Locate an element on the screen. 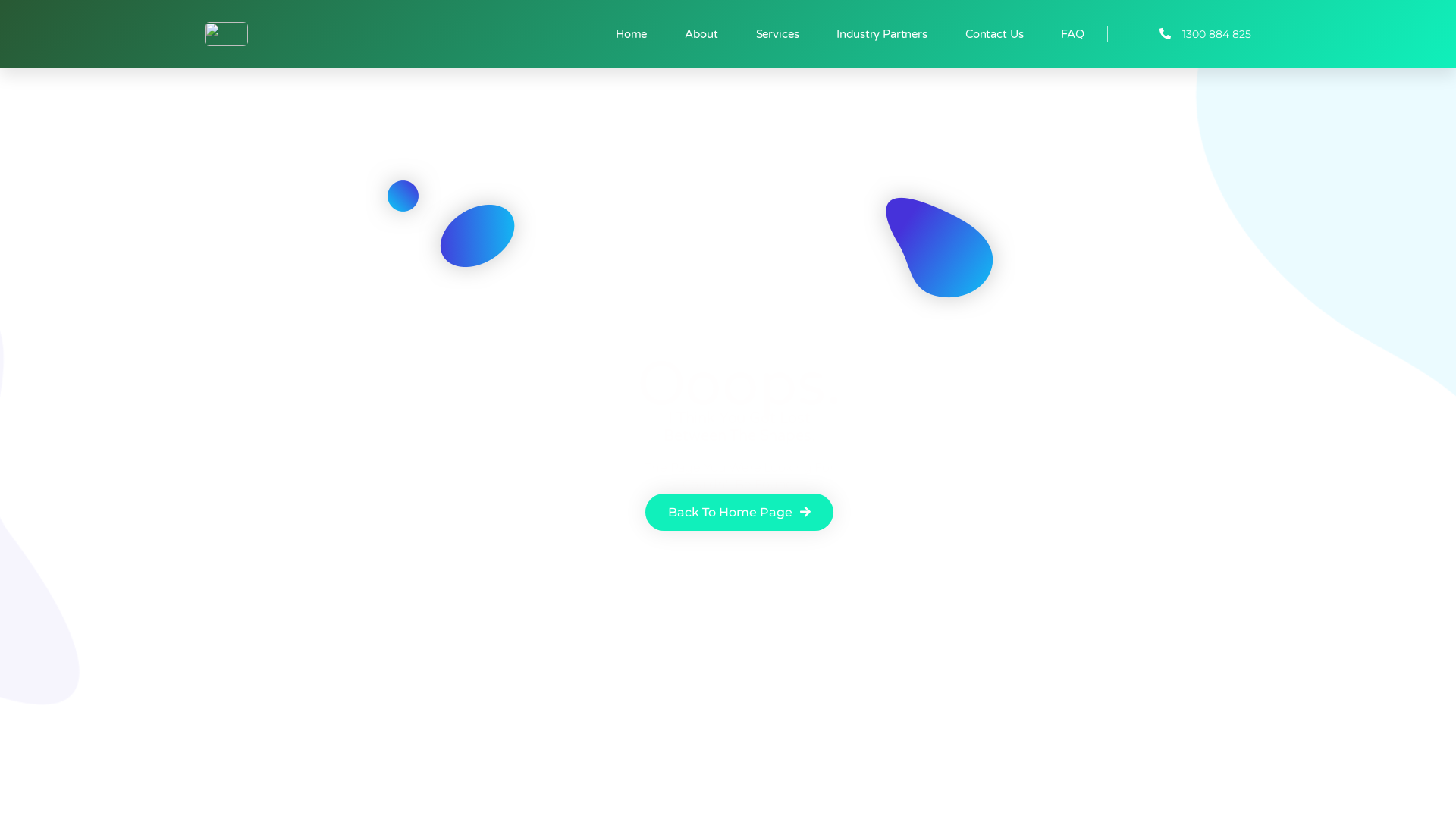 This screenshot has height=819, width=1456. 'Home' is located at coordinates (631, 34).